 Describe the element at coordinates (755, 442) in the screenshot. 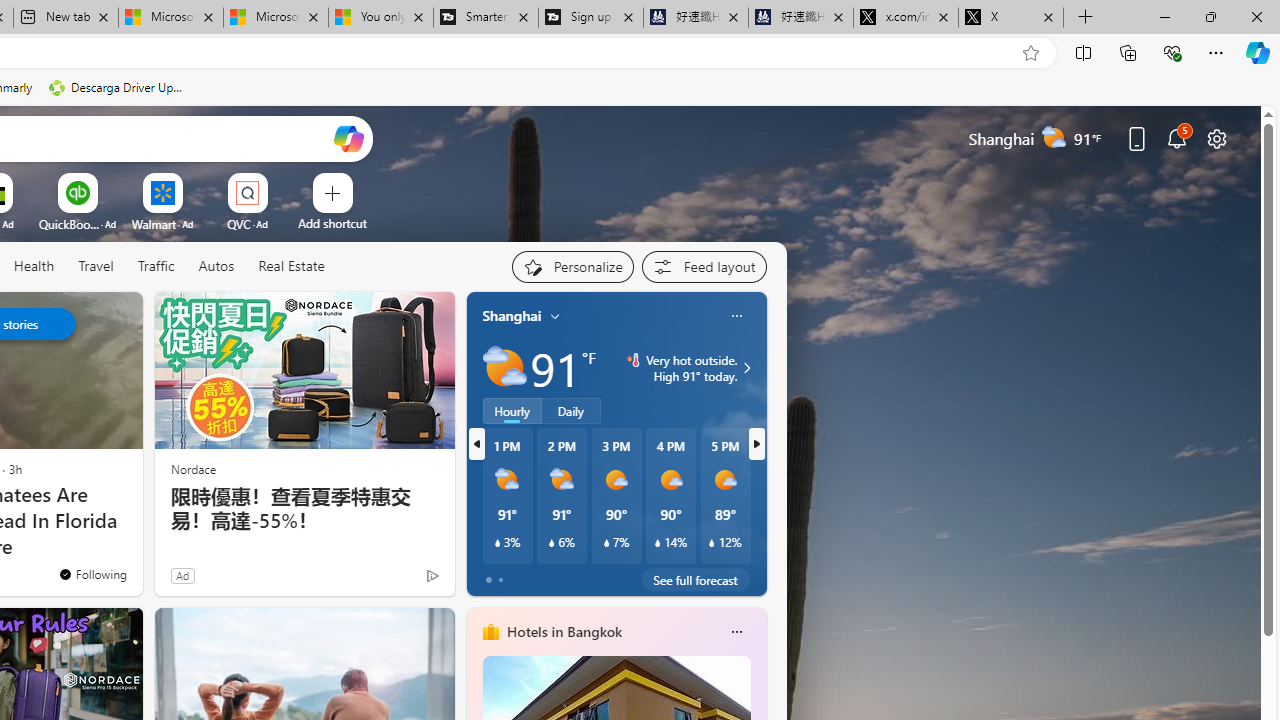

I see `'next'` at that location.